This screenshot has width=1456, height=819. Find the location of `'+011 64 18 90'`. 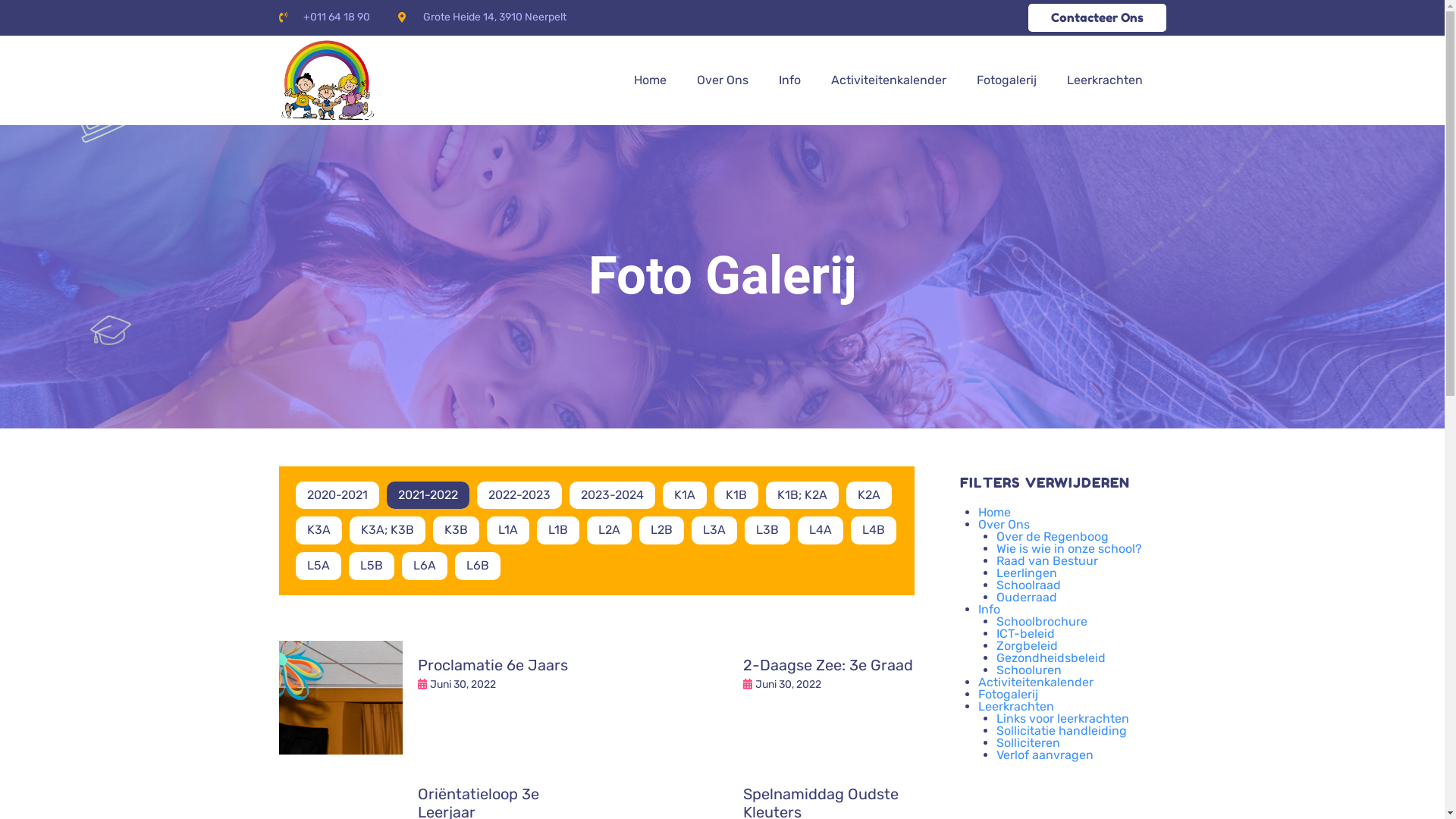

'+011 64 18 90' is located at coordinates (279, 17).